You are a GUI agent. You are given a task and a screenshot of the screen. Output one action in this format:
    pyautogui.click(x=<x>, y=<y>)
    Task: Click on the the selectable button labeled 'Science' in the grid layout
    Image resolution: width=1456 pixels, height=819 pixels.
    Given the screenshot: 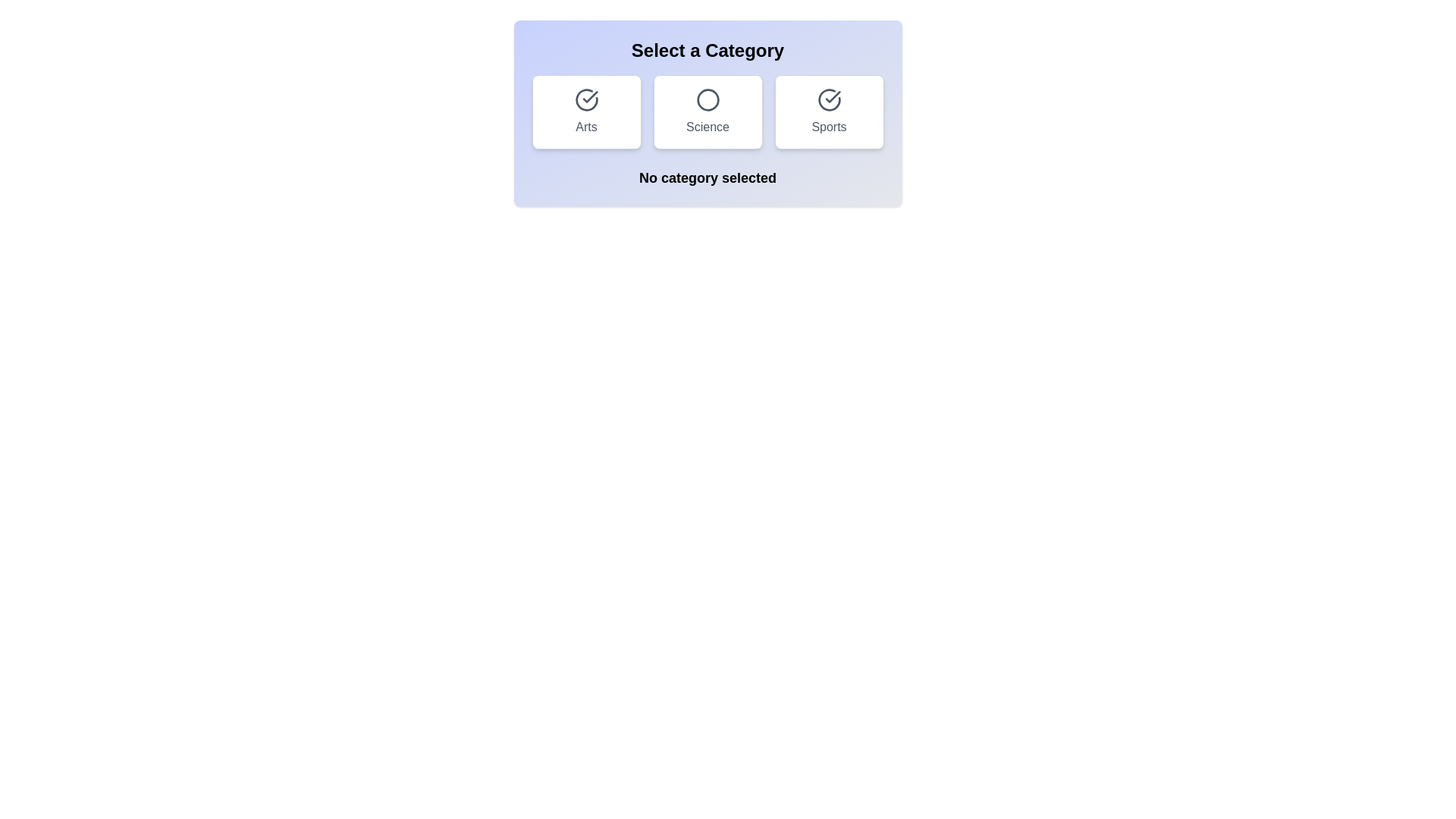 What is the action you would take?
    pyautogui.click(x=707, y=111)
    